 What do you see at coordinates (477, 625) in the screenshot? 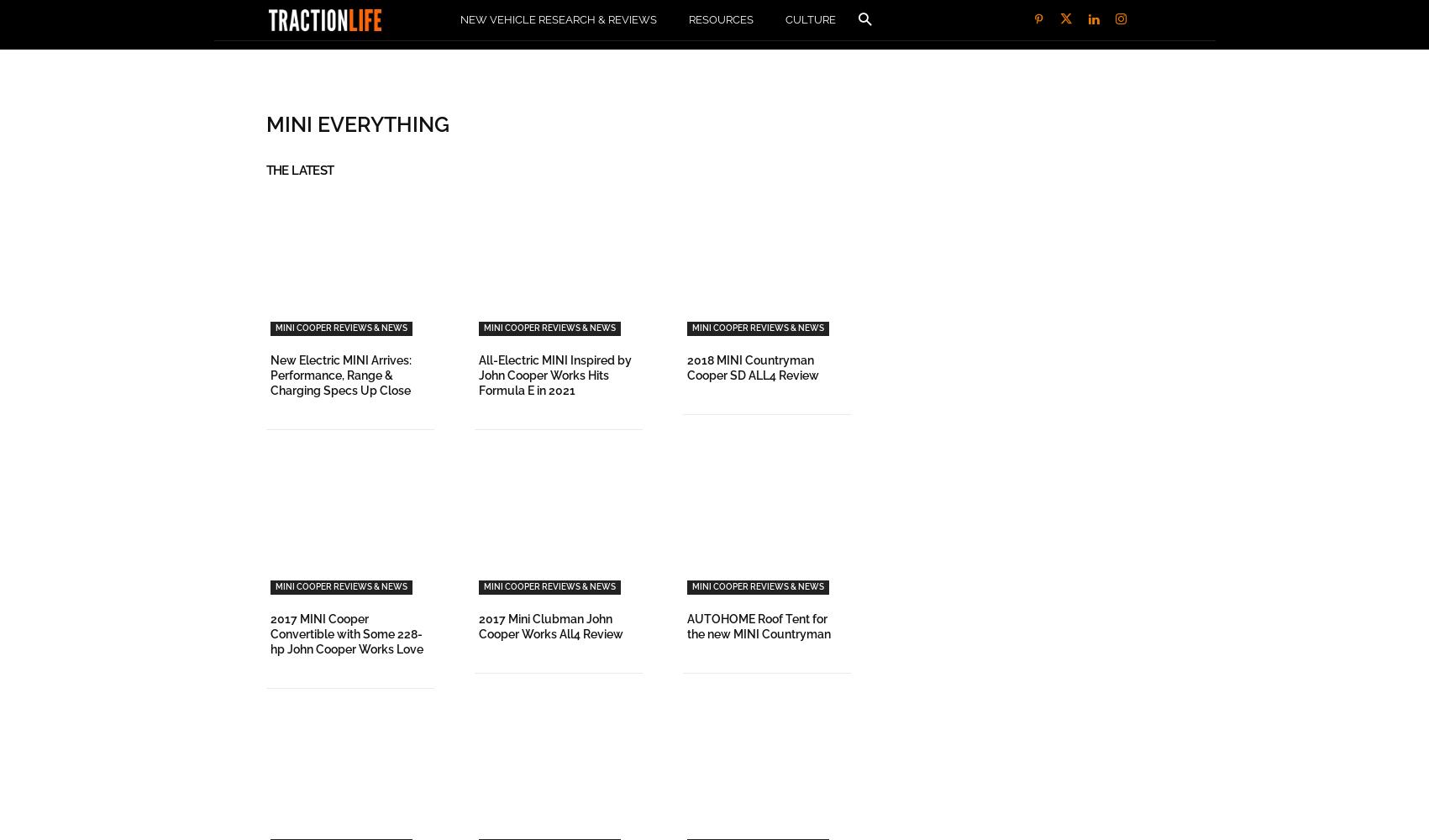
I see `'2017 Mini Clubman John Cooper Works All4 Review'` at bounding box center [477, 625].